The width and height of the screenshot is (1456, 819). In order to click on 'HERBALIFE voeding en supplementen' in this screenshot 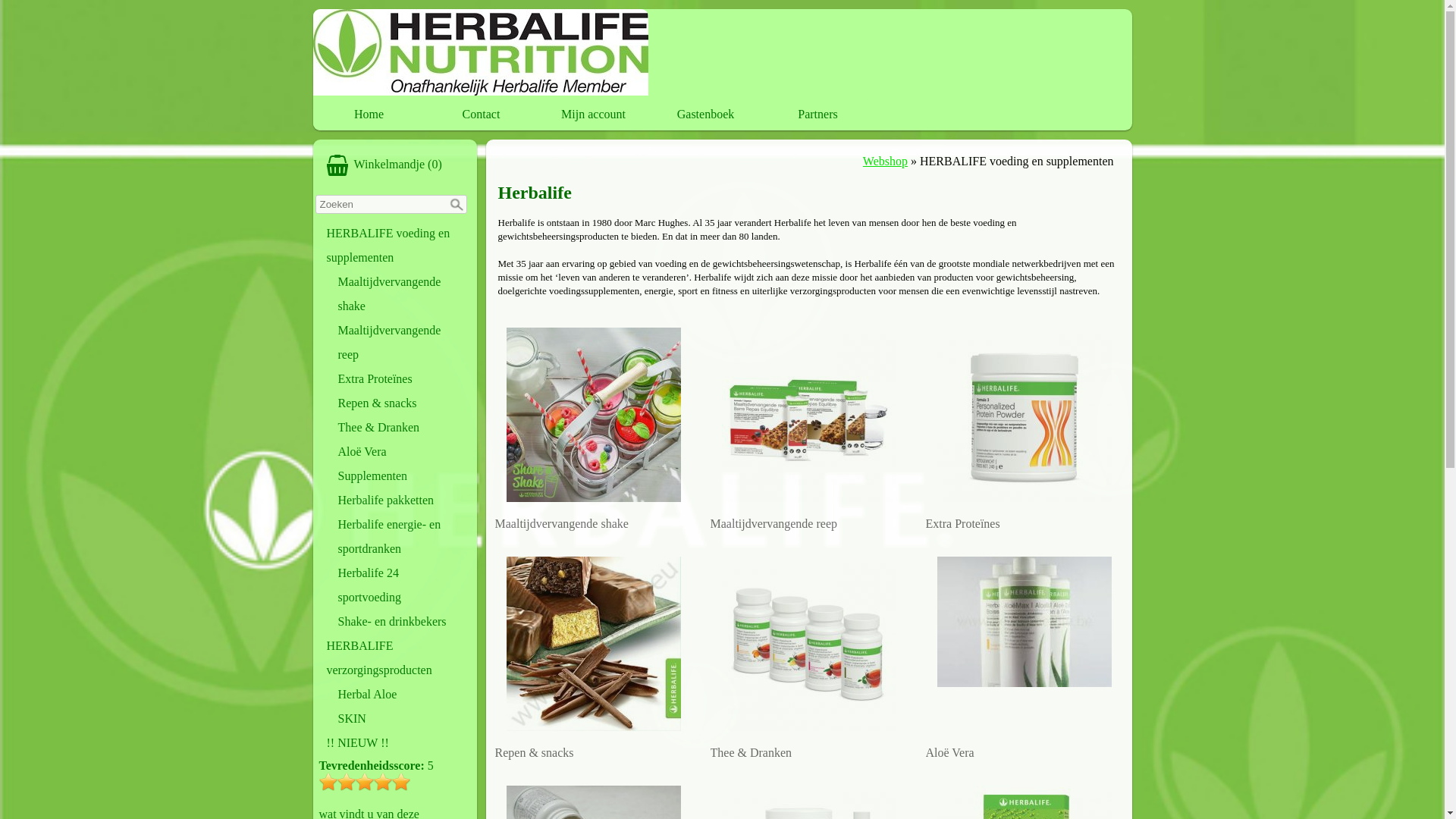, I will do `click(395, 245)`.